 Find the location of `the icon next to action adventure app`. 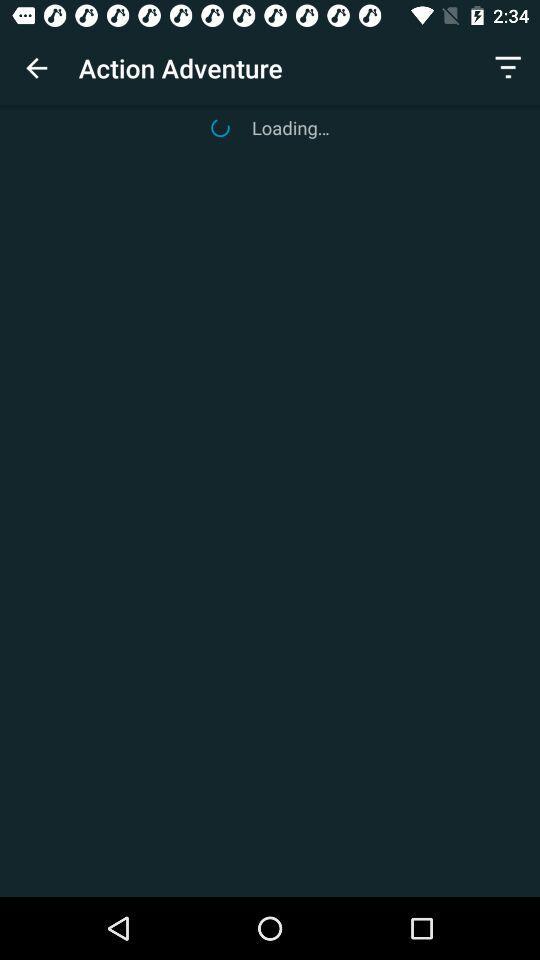

the icon next to action adventure app is located at coordinates (36, 68).